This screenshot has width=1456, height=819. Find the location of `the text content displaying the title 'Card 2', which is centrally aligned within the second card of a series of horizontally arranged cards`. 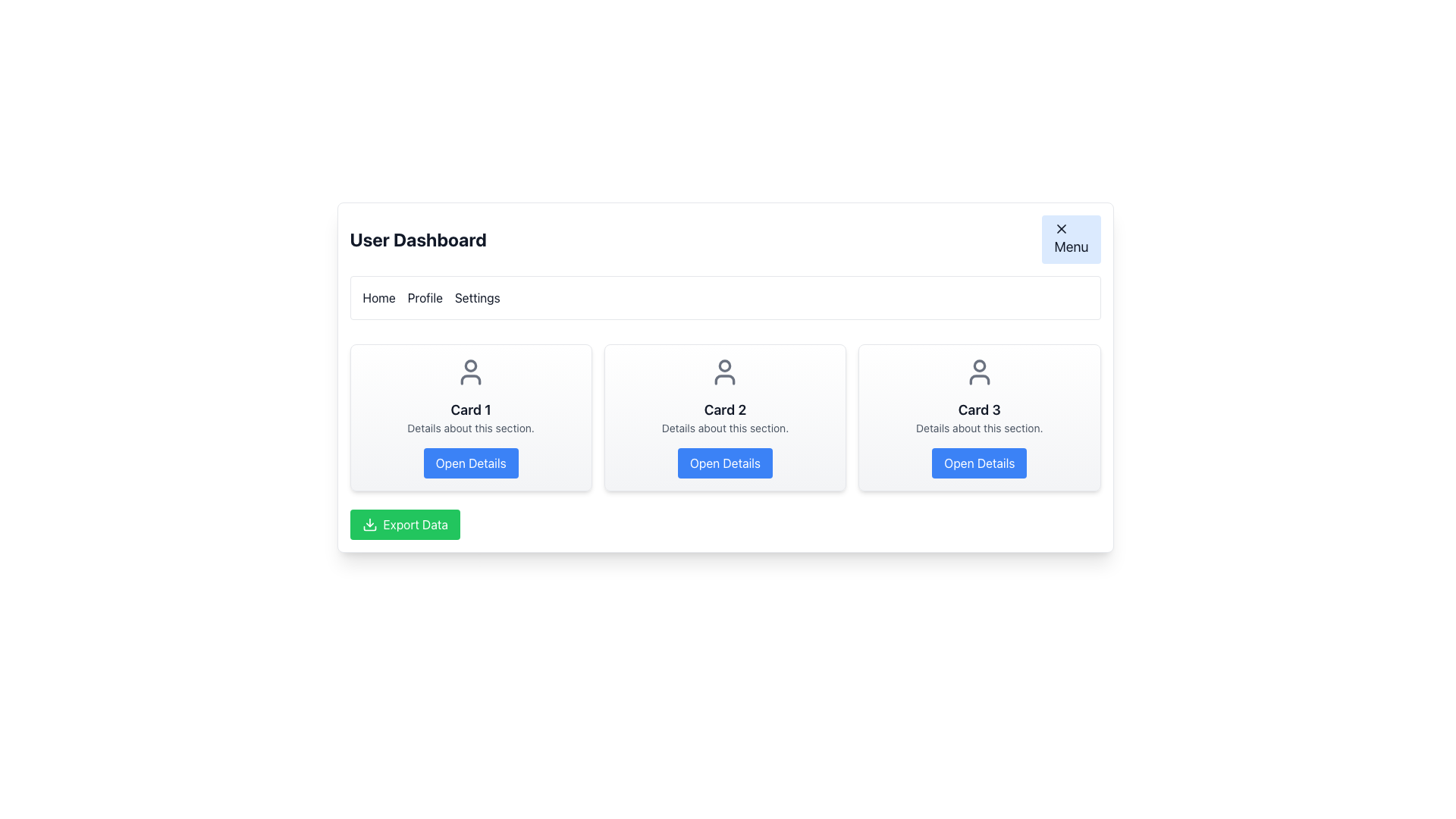

the text content displaying the title 'Card 2', which is centrally aligned within the second card of a series of horizontally arranged cards is located at coordinates (724, 409).